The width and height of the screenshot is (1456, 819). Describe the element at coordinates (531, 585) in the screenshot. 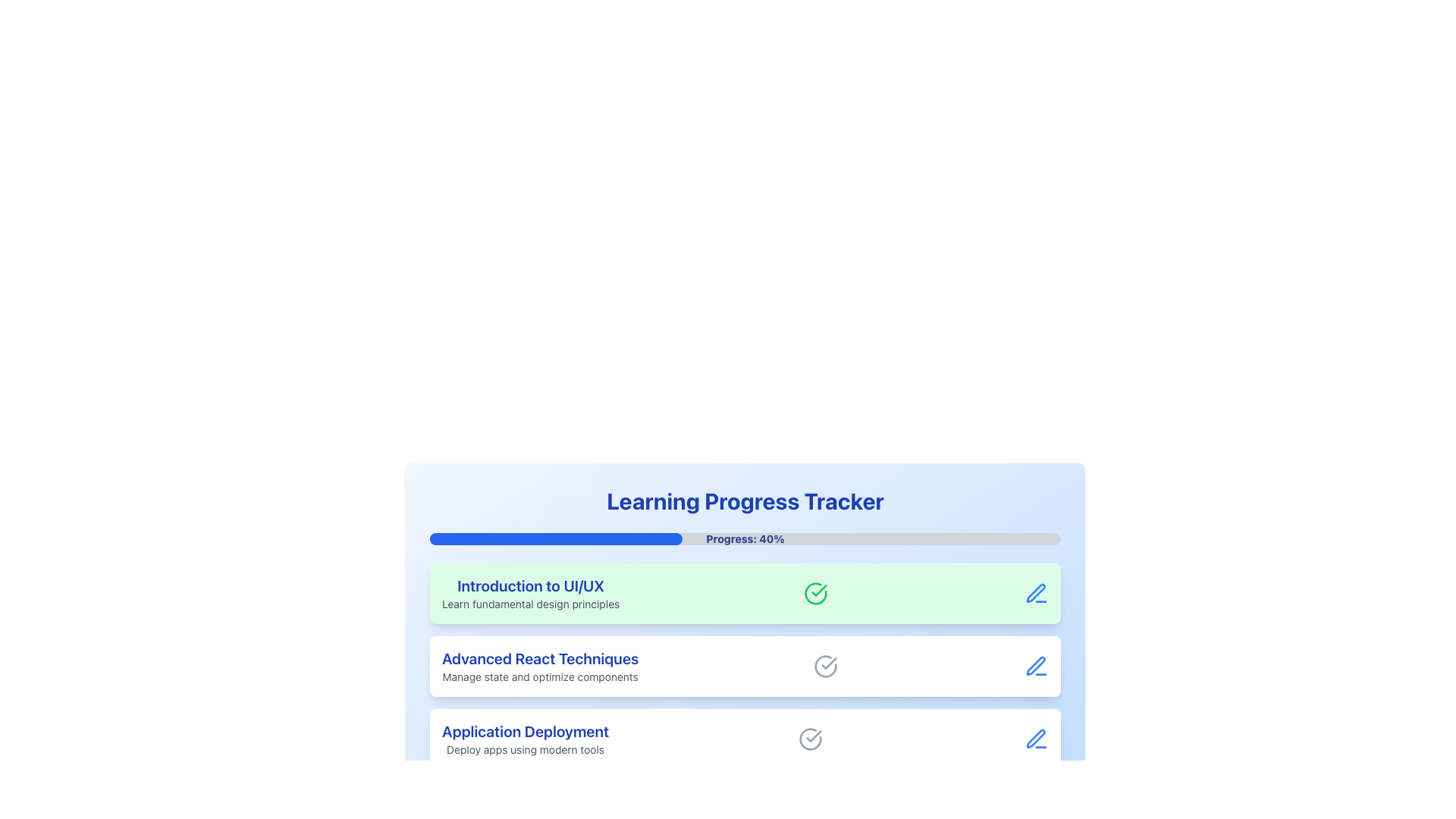

I see `the bold blue text label displaying 'Introduction to UI/UX' which is prominently positioned within a green background rectangle to interact with related features` at that location.